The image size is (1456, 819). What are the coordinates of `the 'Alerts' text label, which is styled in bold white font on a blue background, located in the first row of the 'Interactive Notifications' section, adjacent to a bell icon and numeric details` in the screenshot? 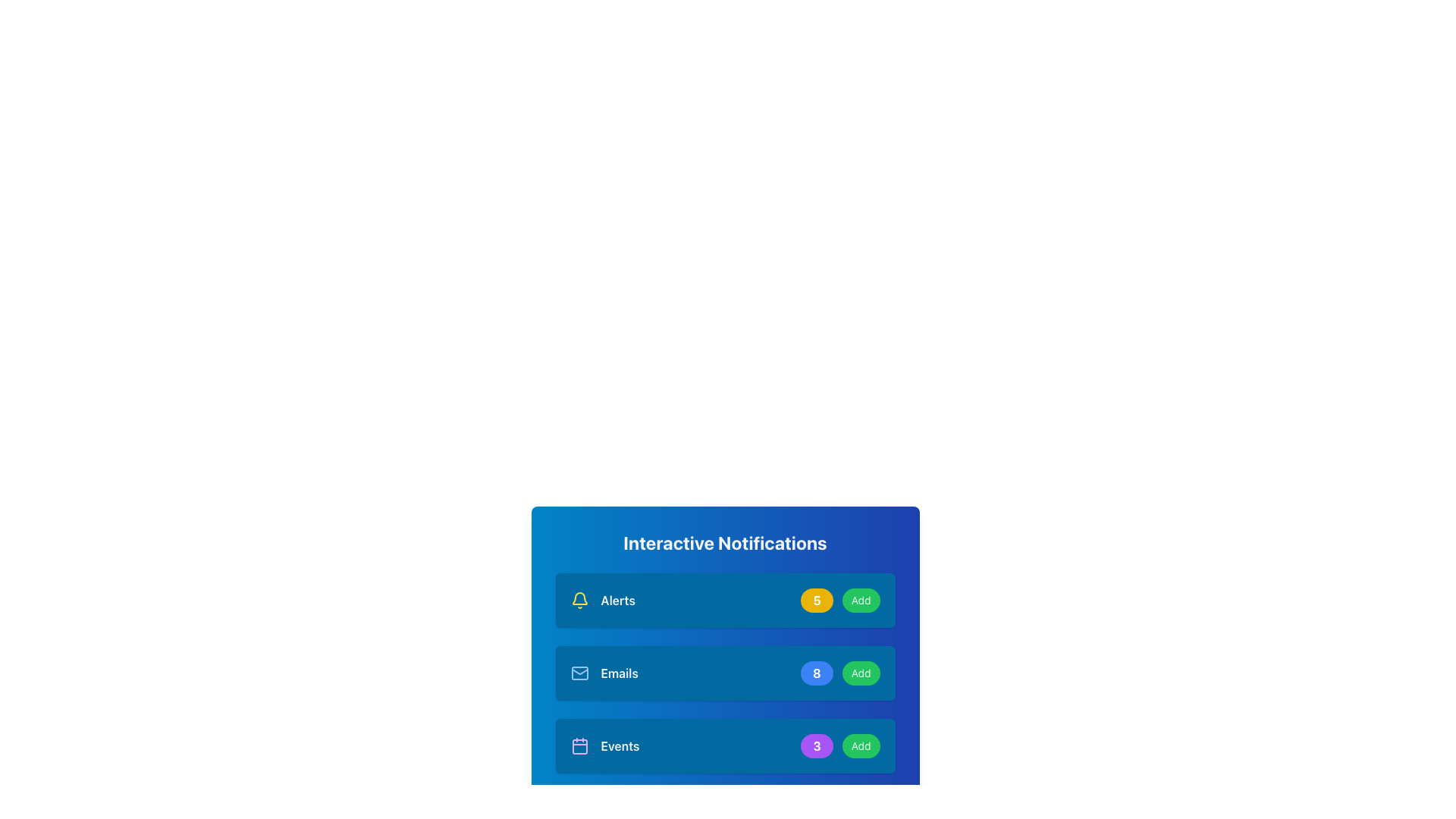 It's located at (618, 599).